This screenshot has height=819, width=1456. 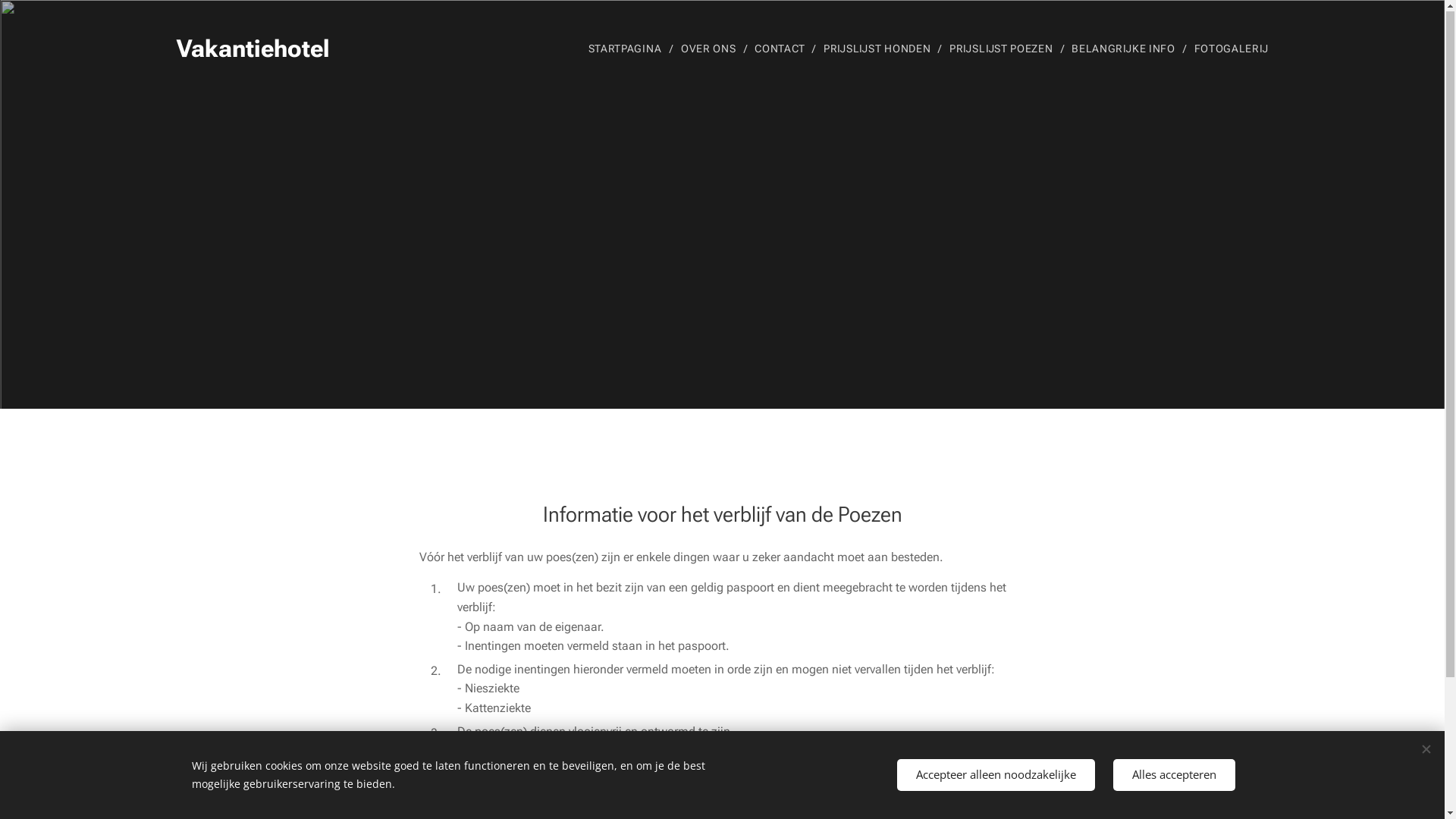 I want to click on 'FOTOGALERIJ', so click(x=1226, y=49).